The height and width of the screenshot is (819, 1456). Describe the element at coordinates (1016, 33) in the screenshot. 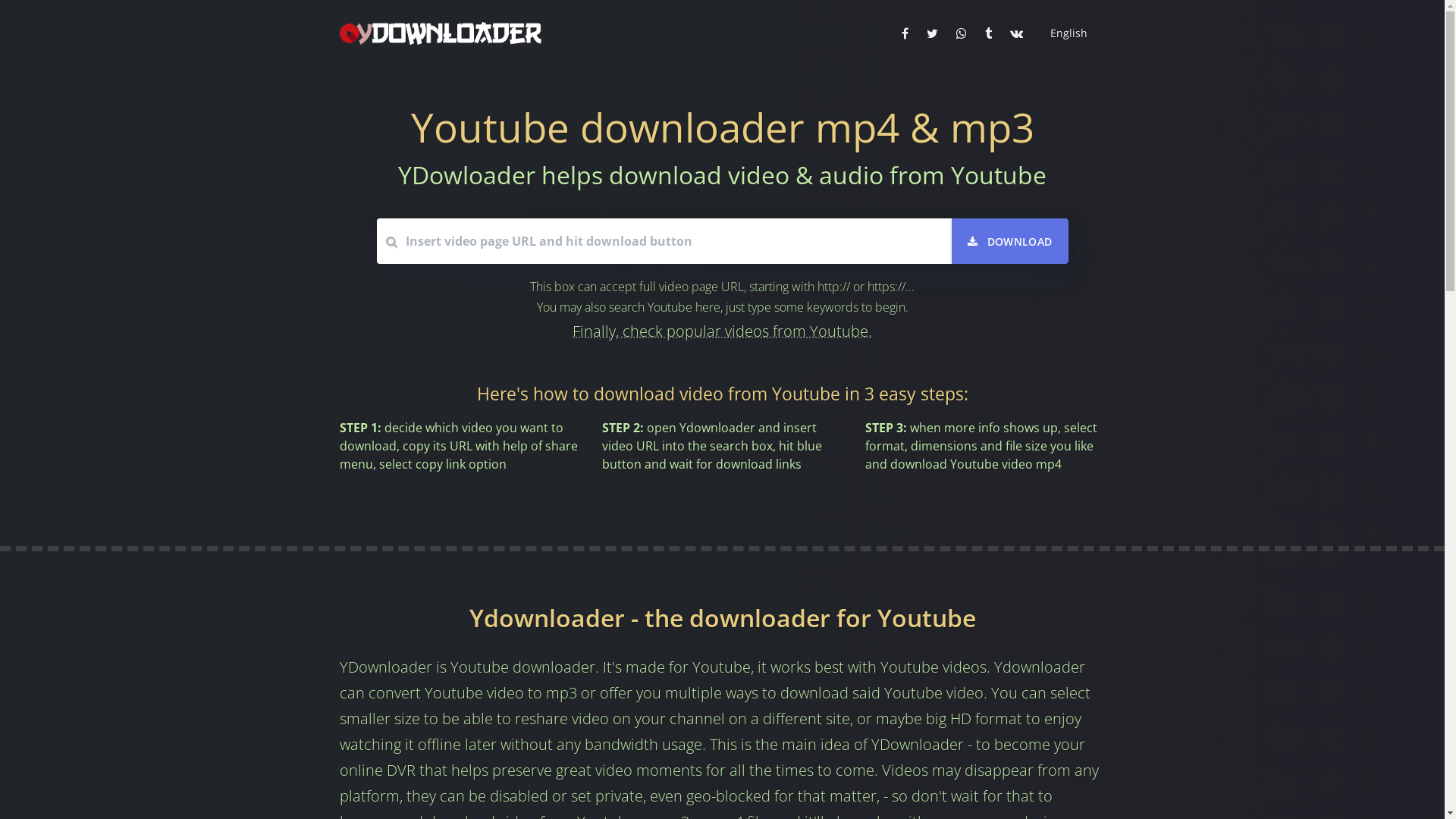

I see `'Share on VK'` at that location.